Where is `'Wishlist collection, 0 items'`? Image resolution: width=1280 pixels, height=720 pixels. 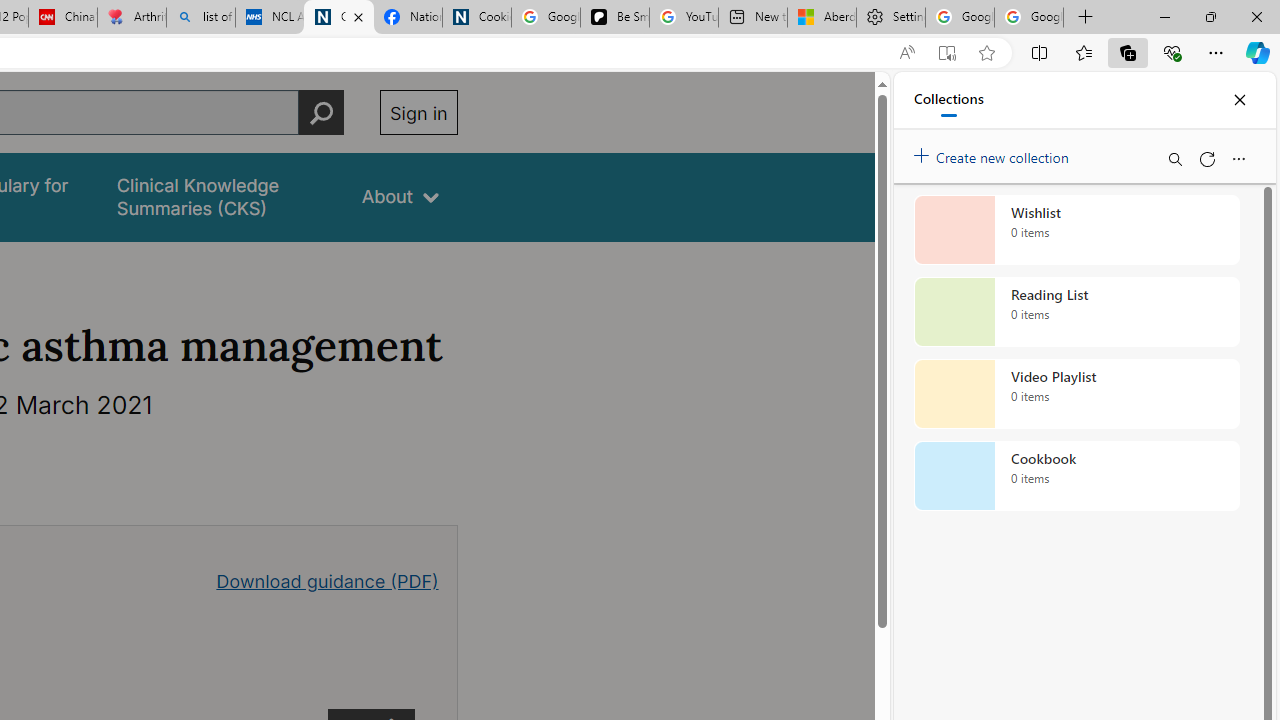
'Wishlist collection, 0 items' is located at coordinates (1076, 229).